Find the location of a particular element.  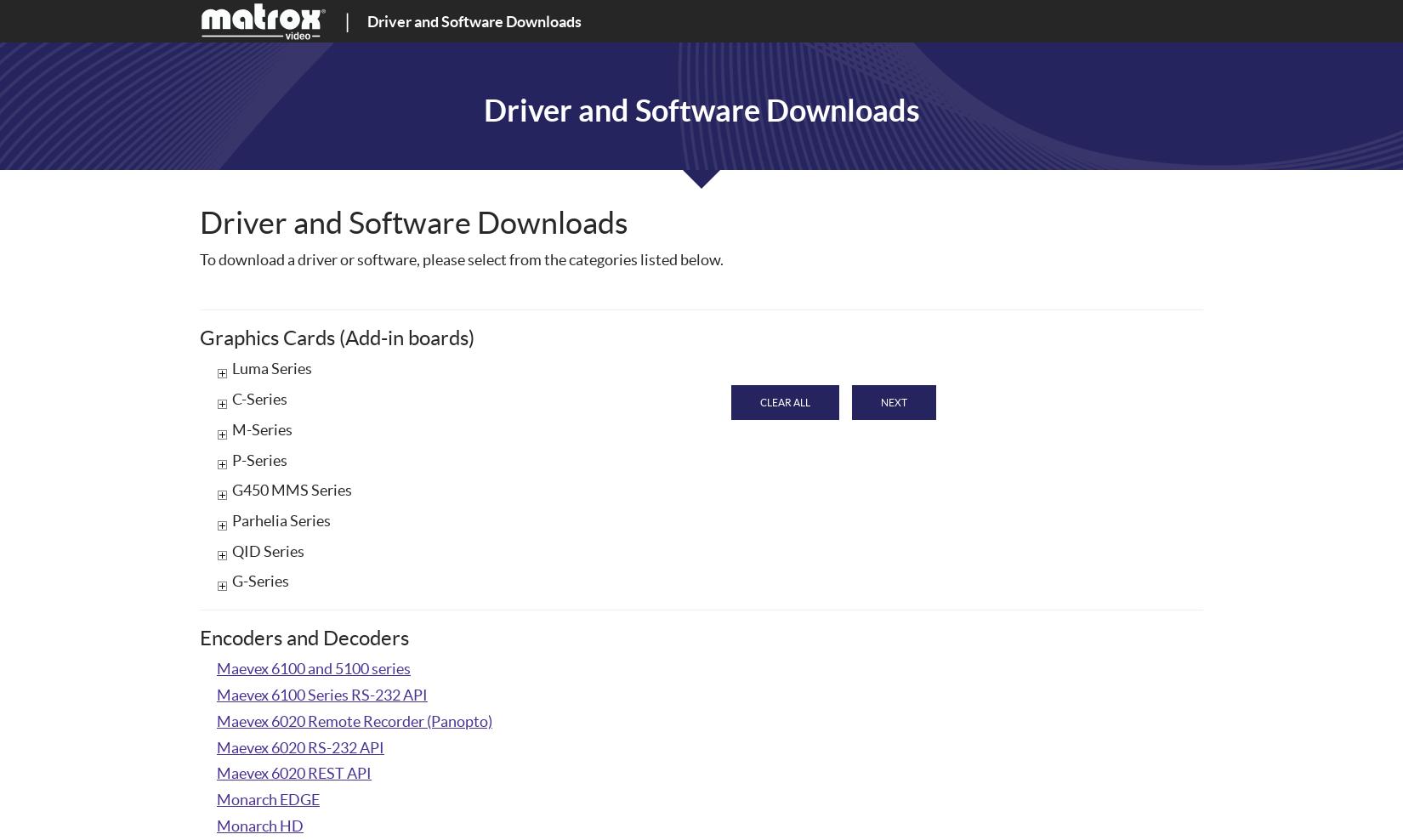

'Monarch HD' is located at coordinates (260, 825).